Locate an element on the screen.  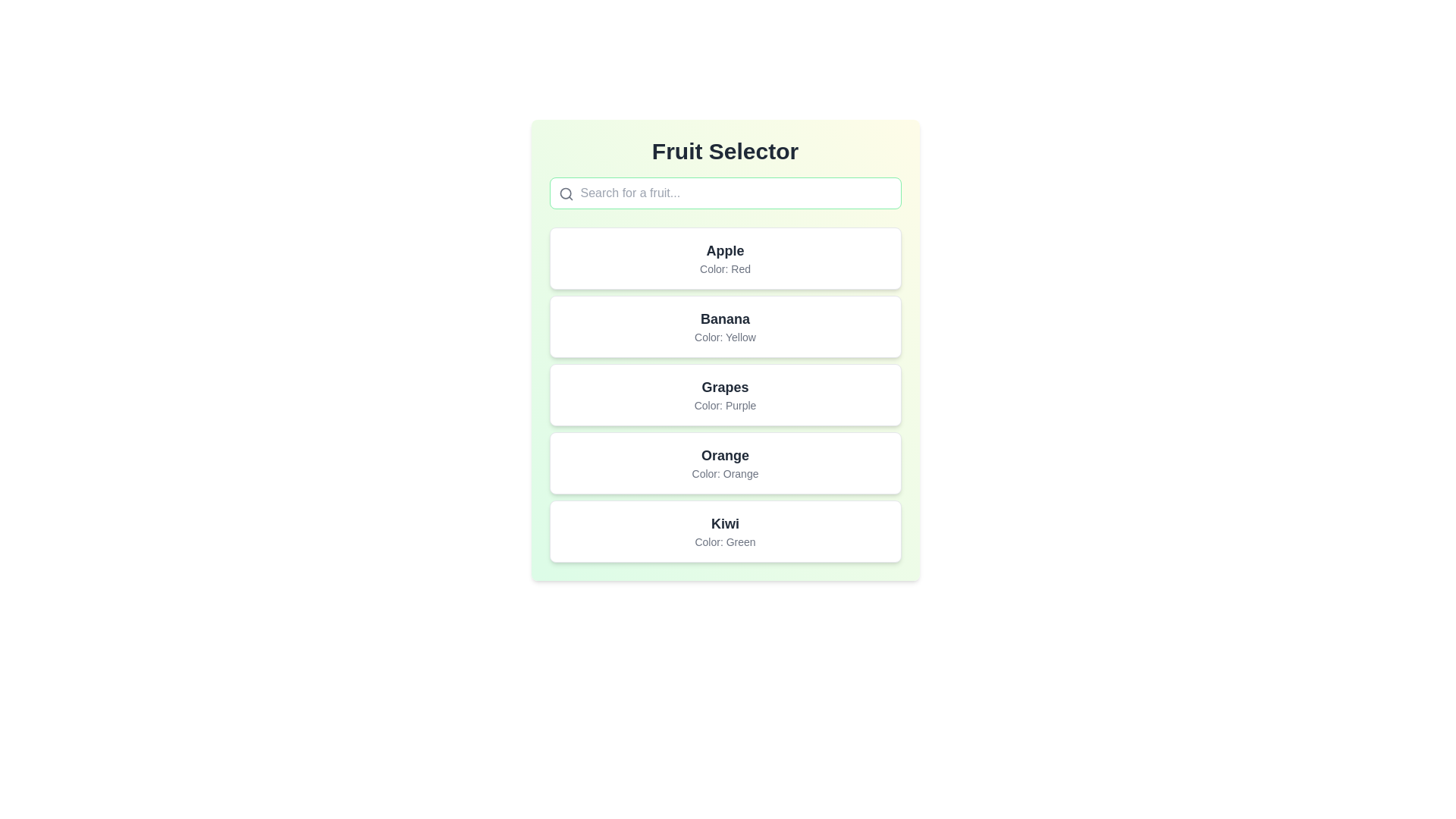
the representation of the main circular component of the magnifying glass icon located within the search bar at the top-left corner of the Fruit Selector interface is located at coordinates (564, 193).